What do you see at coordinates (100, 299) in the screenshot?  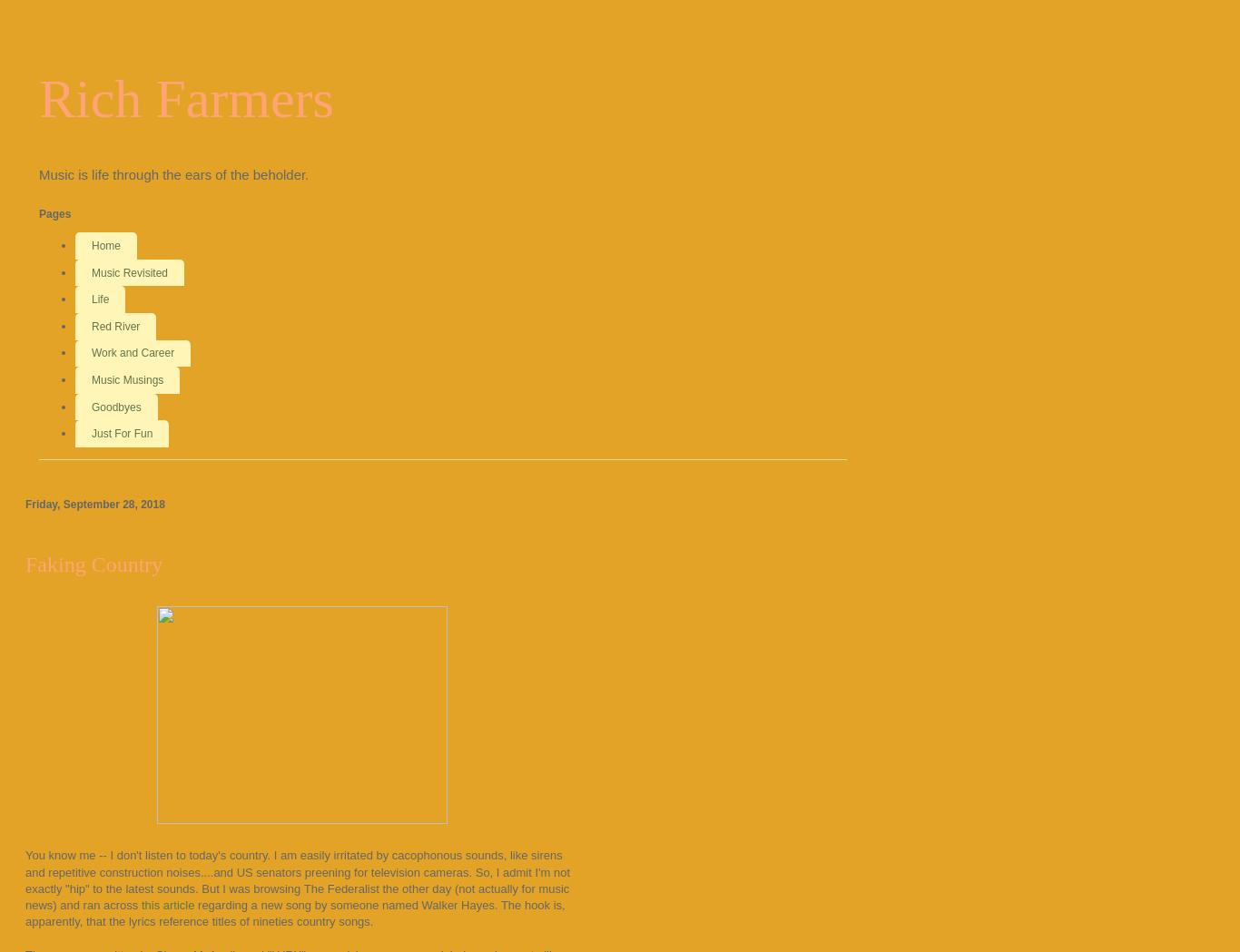 I see `'Life'` at bounding box center [100, 299].